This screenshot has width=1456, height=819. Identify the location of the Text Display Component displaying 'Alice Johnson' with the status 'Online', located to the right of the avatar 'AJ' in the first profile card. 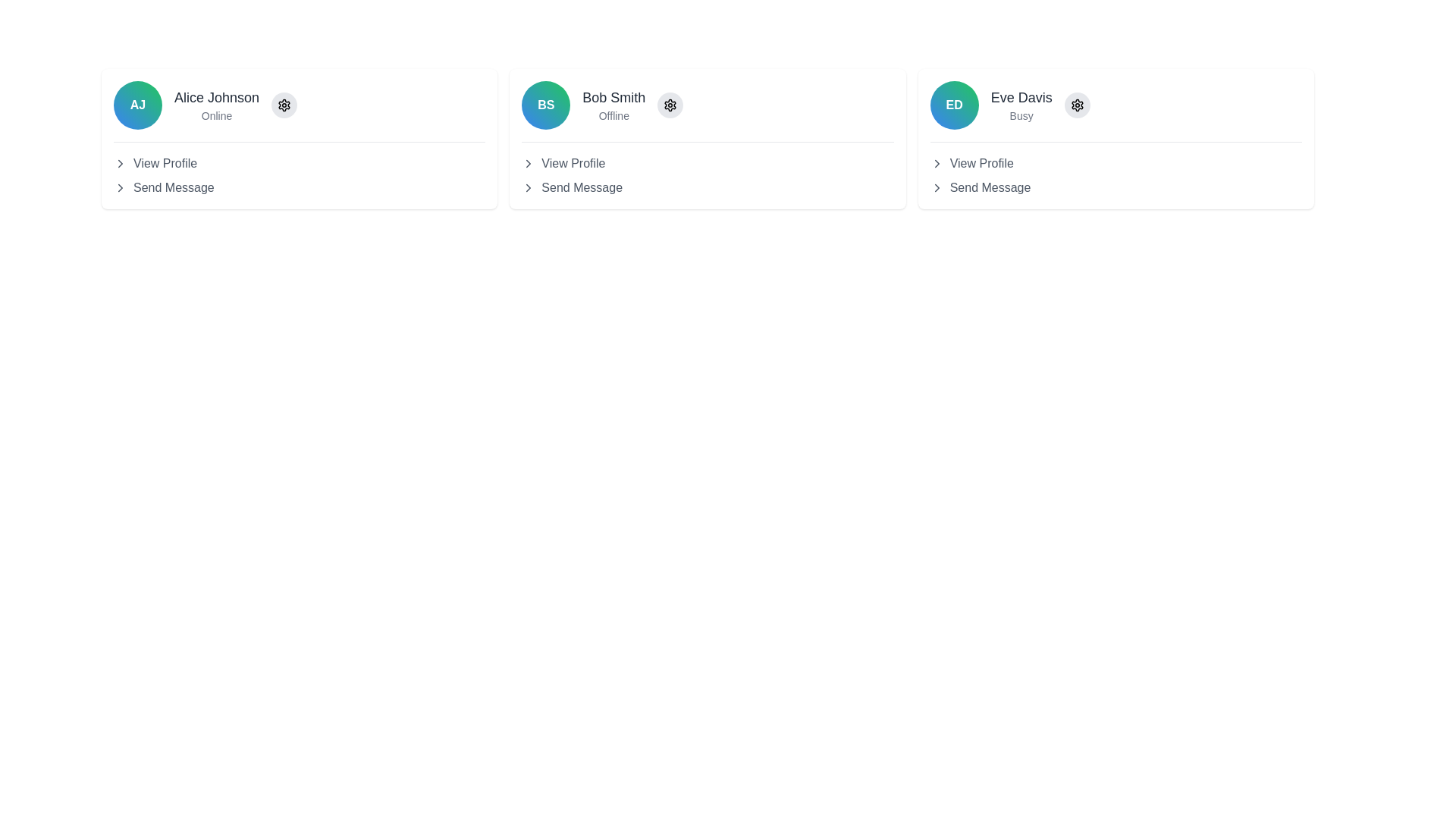
(216, 104).